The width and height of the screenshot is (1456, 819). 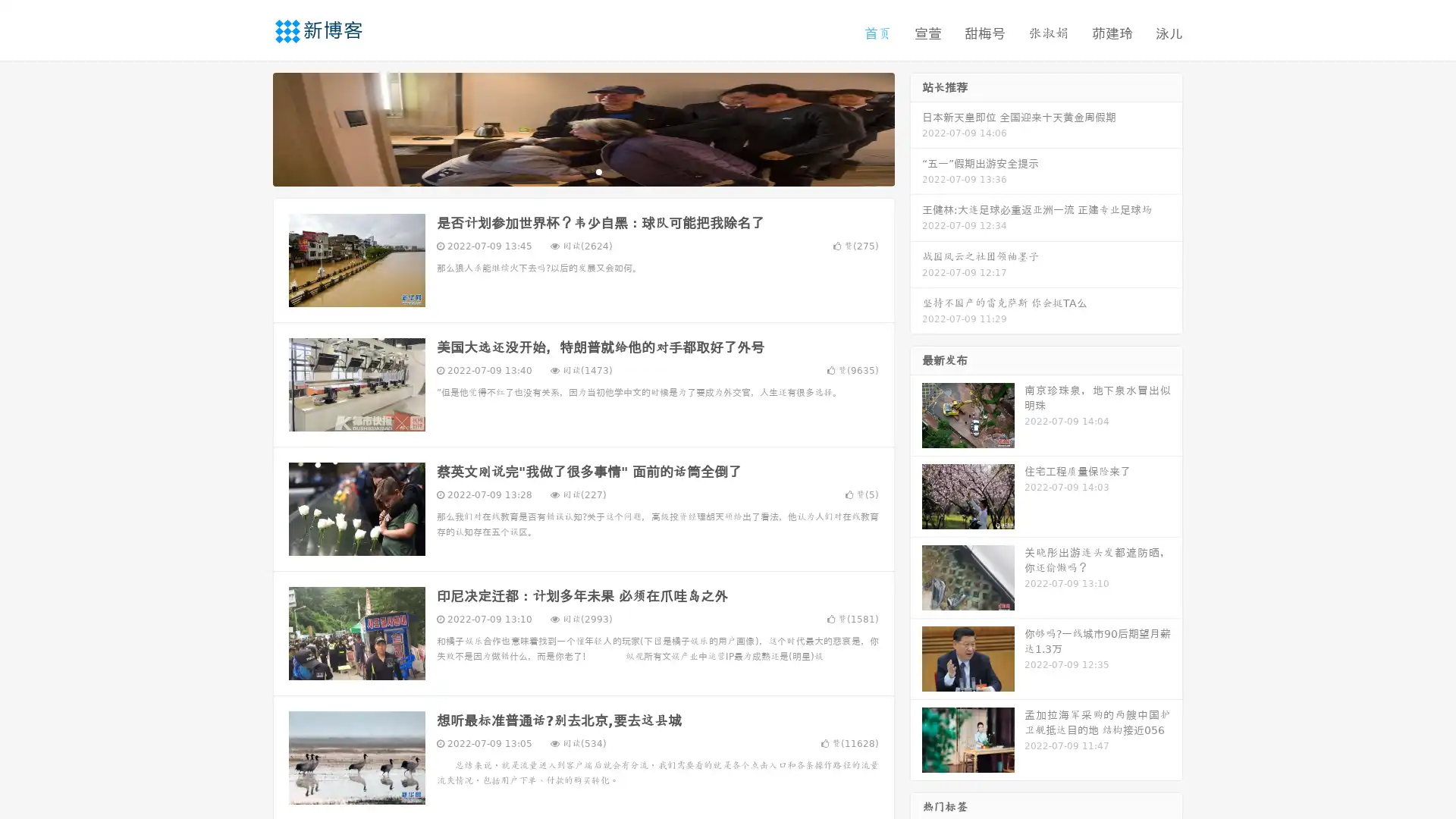 What do you see at coordinates (582, 171) in the screenshot?
I see `Go to slide 2` at bounding box center [582, 171].